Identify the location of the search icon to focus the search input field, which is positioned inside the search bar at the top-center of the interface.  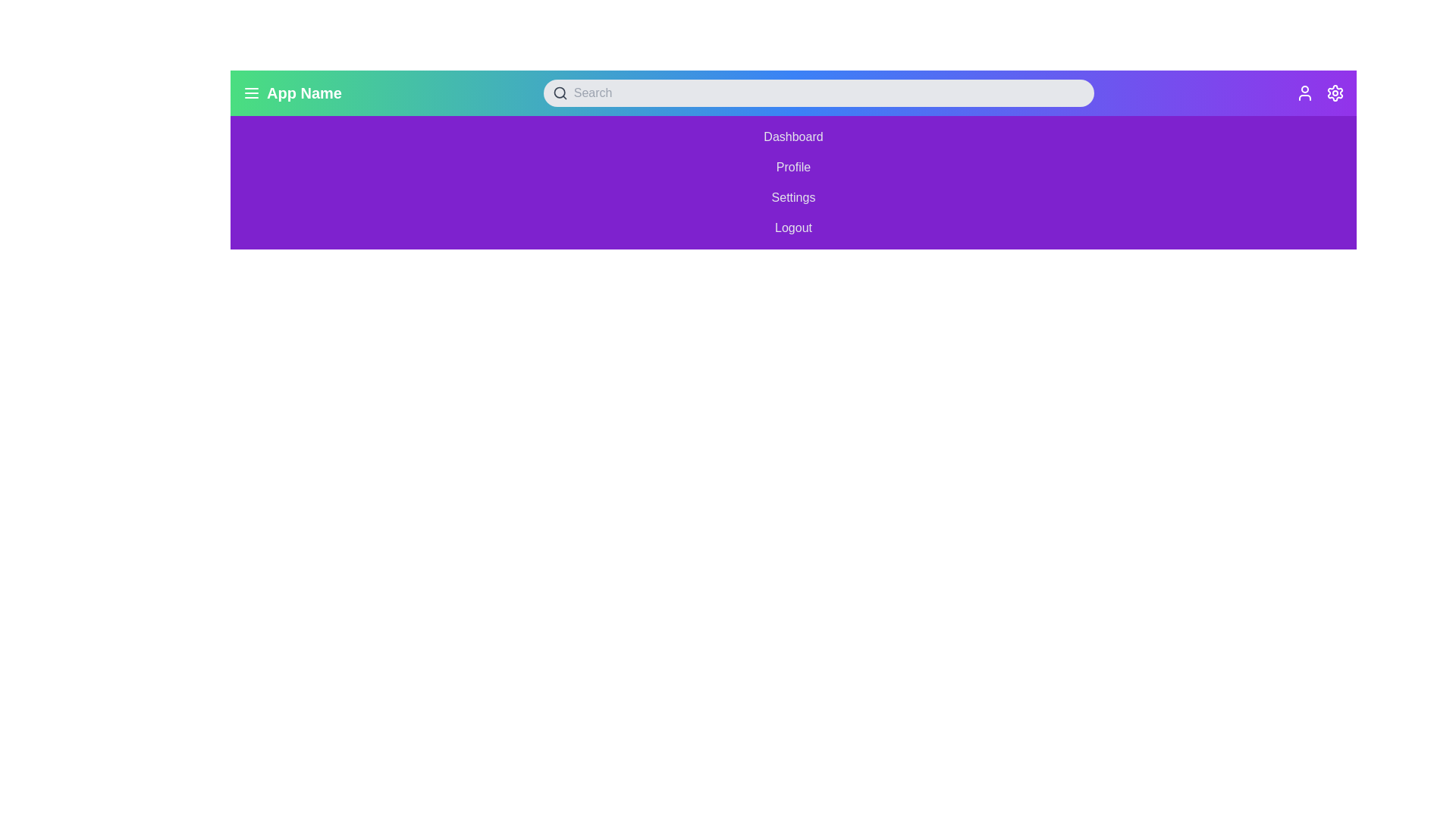
(559, 93).